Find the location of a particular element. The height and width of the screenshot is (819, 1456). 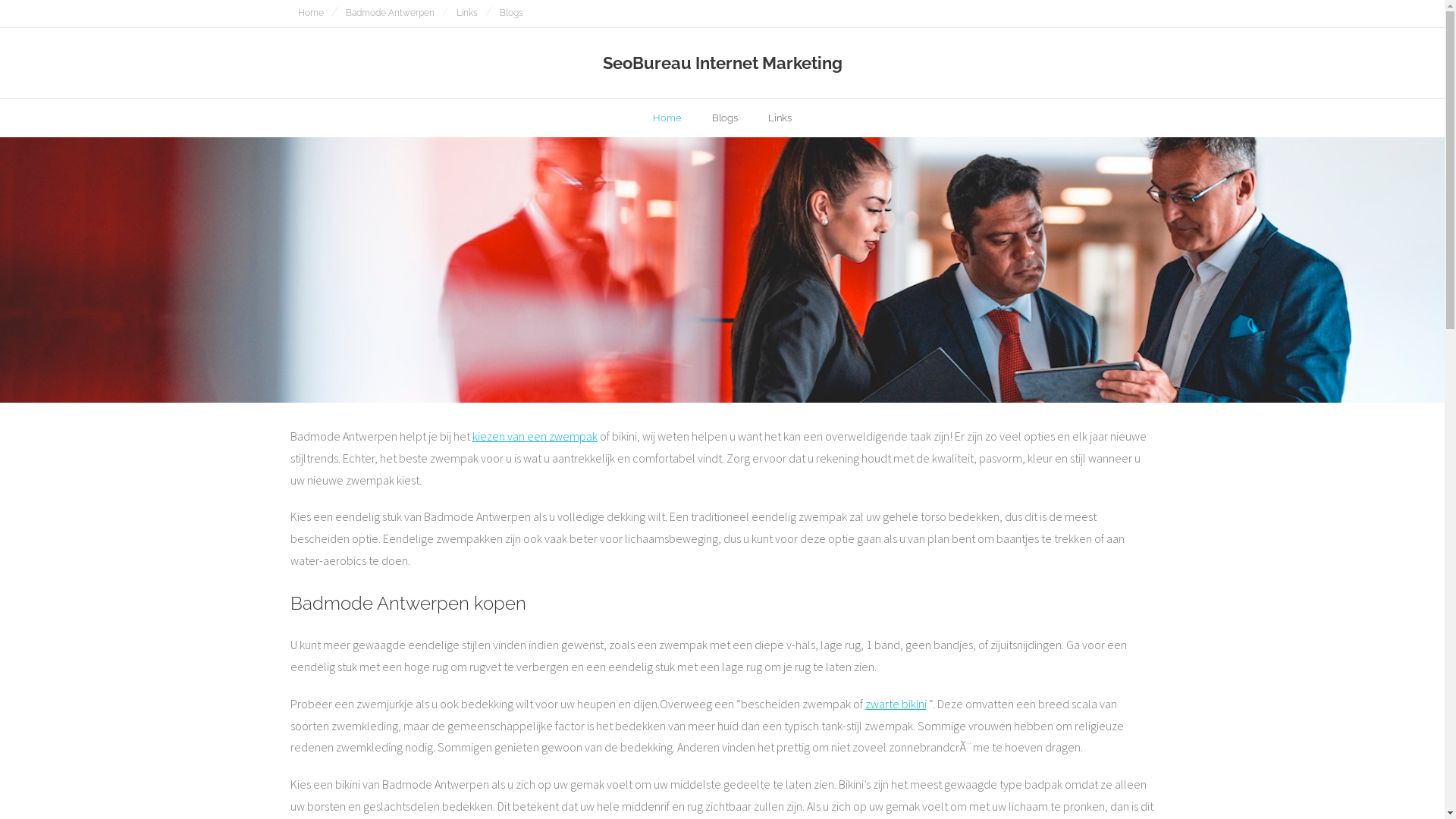

'Home' is located at coordinates (637, 117).